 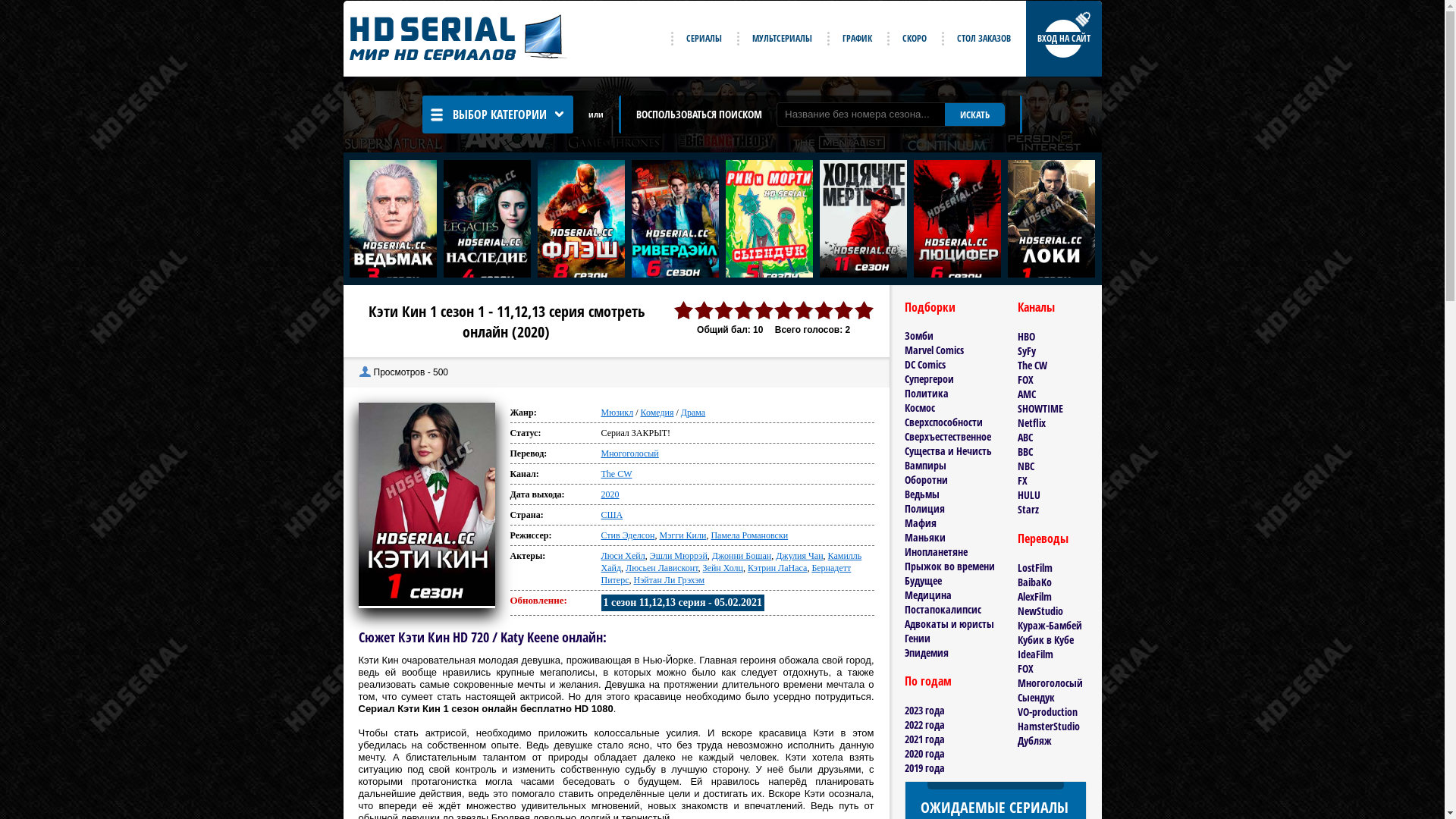 I want to click on 'SyFy', so click(x=1026, y=350).